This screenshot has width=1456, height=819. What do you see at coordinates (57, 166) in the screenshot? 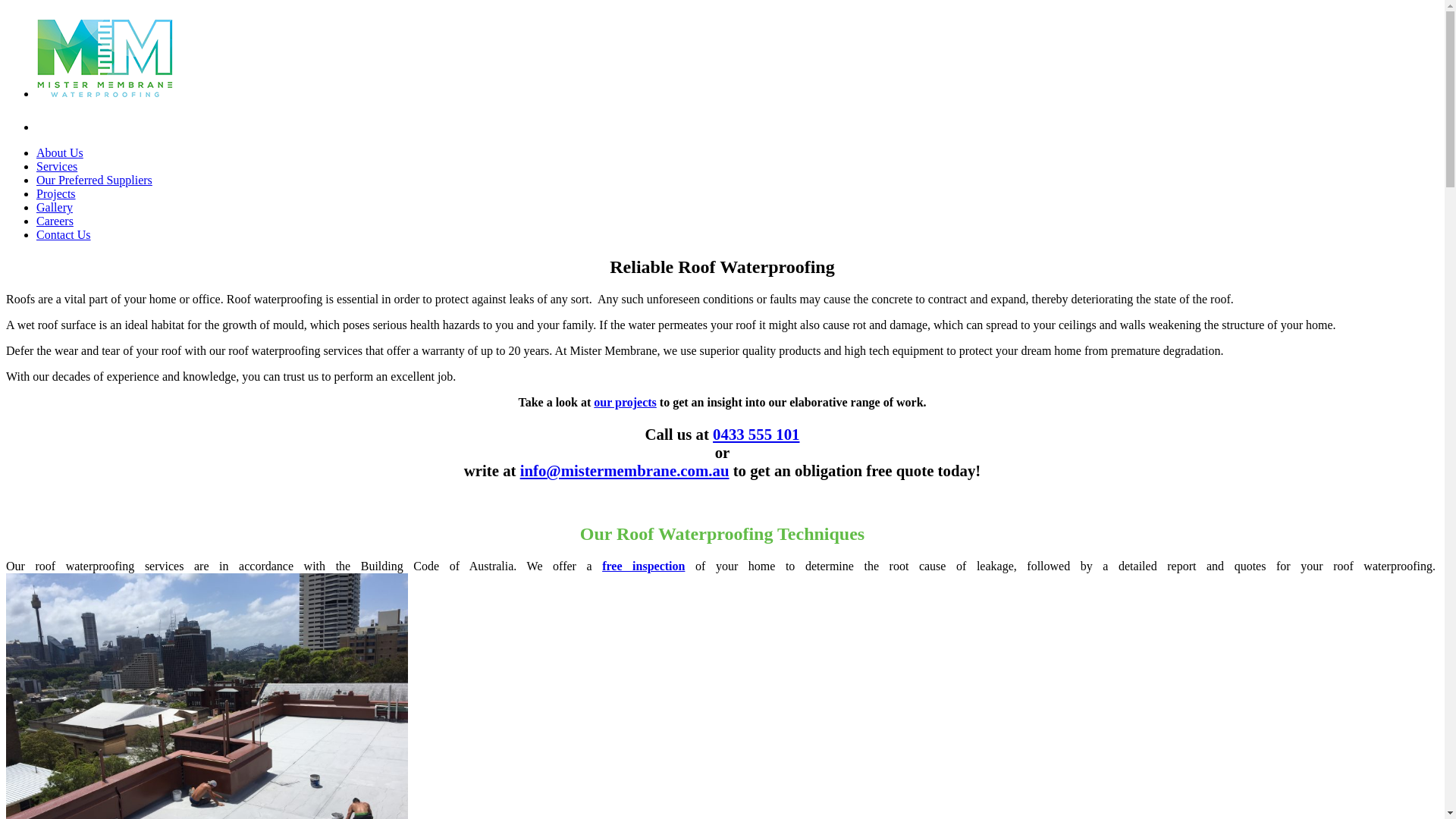
I see `'Services'` at bounding box center [57, 166].